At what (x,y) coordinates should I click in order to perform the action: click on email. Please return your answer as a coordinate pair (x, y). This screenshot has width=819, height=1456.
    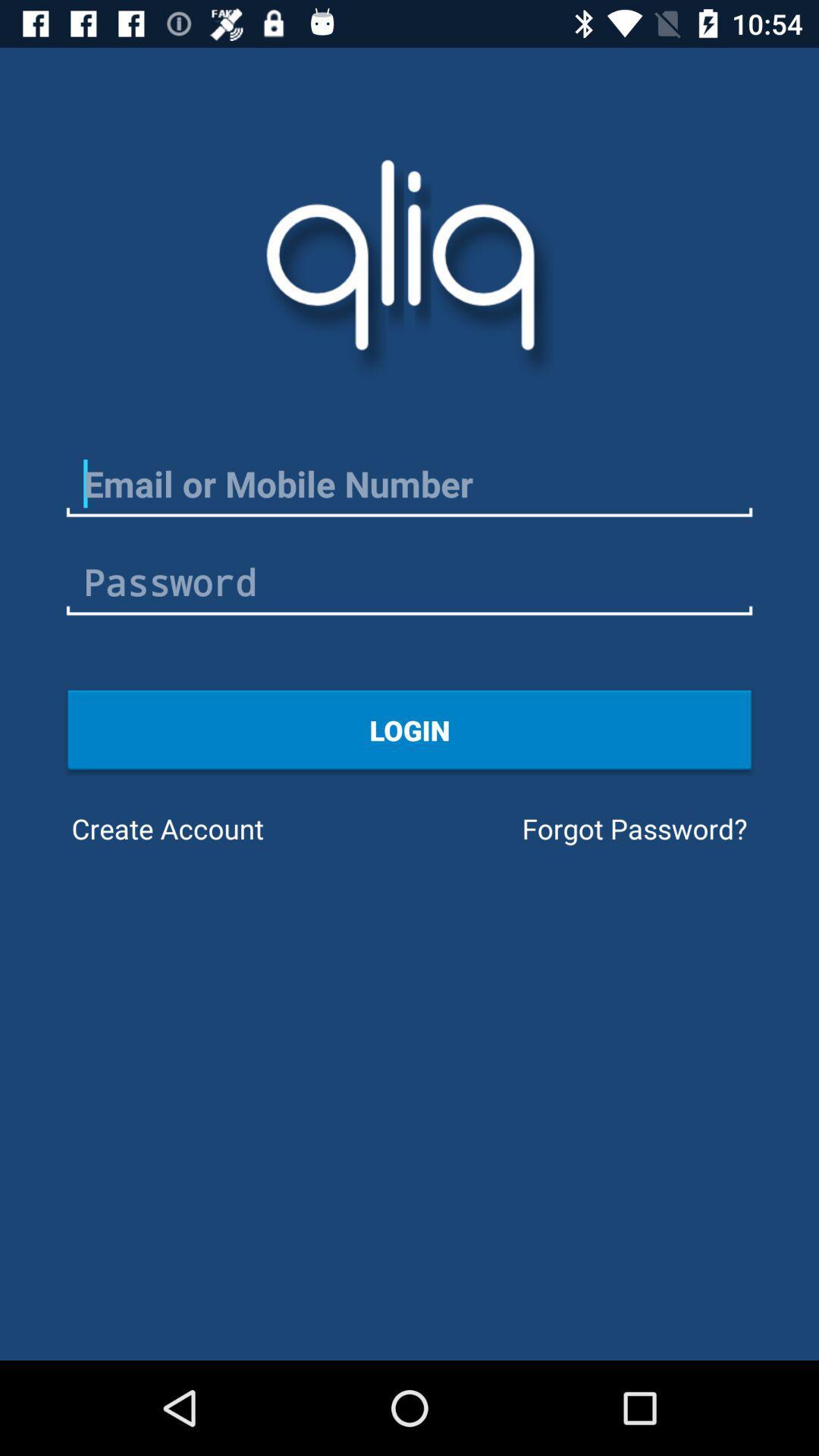
    Looking at the image, I should click on (409, 483).